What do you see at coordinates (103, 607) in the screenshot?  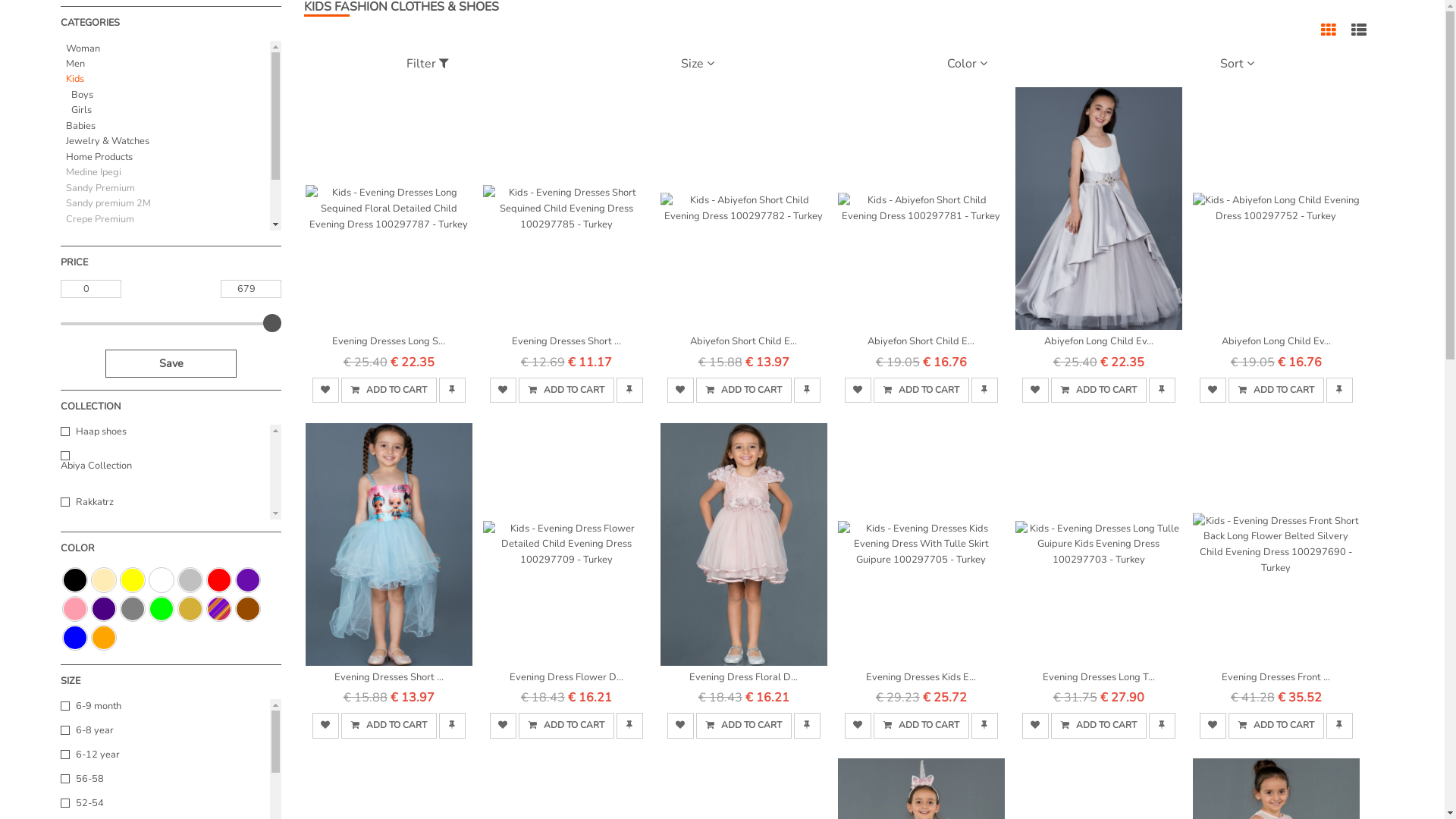 I see `'Indigo'` at bounding box center [103, 607].